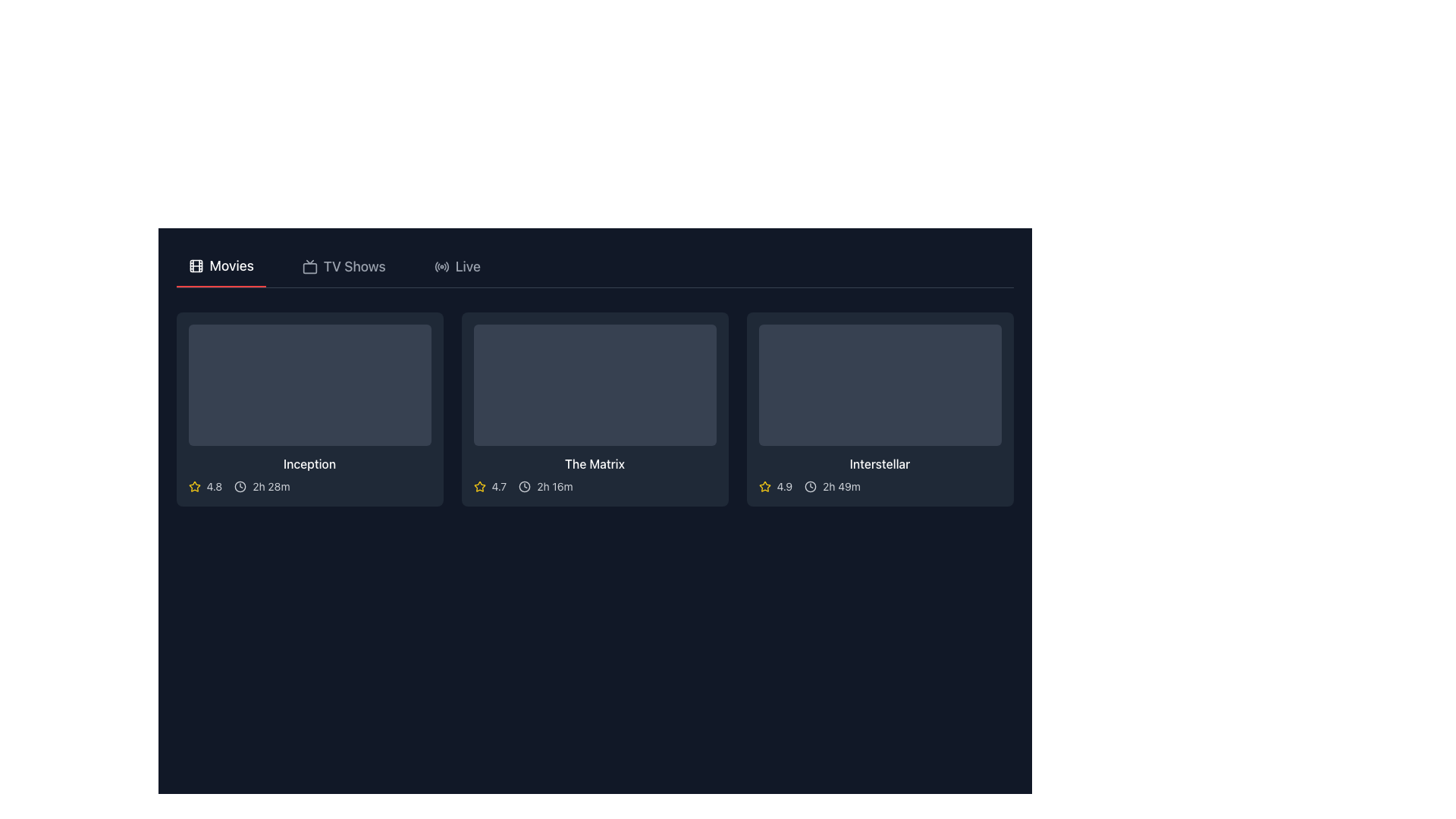 The width and height of the screenshot is (1456, 819). Describe the element at coordinates (195, 265) in the screenshot. I see `the 'Movies' tab icon` at that location.